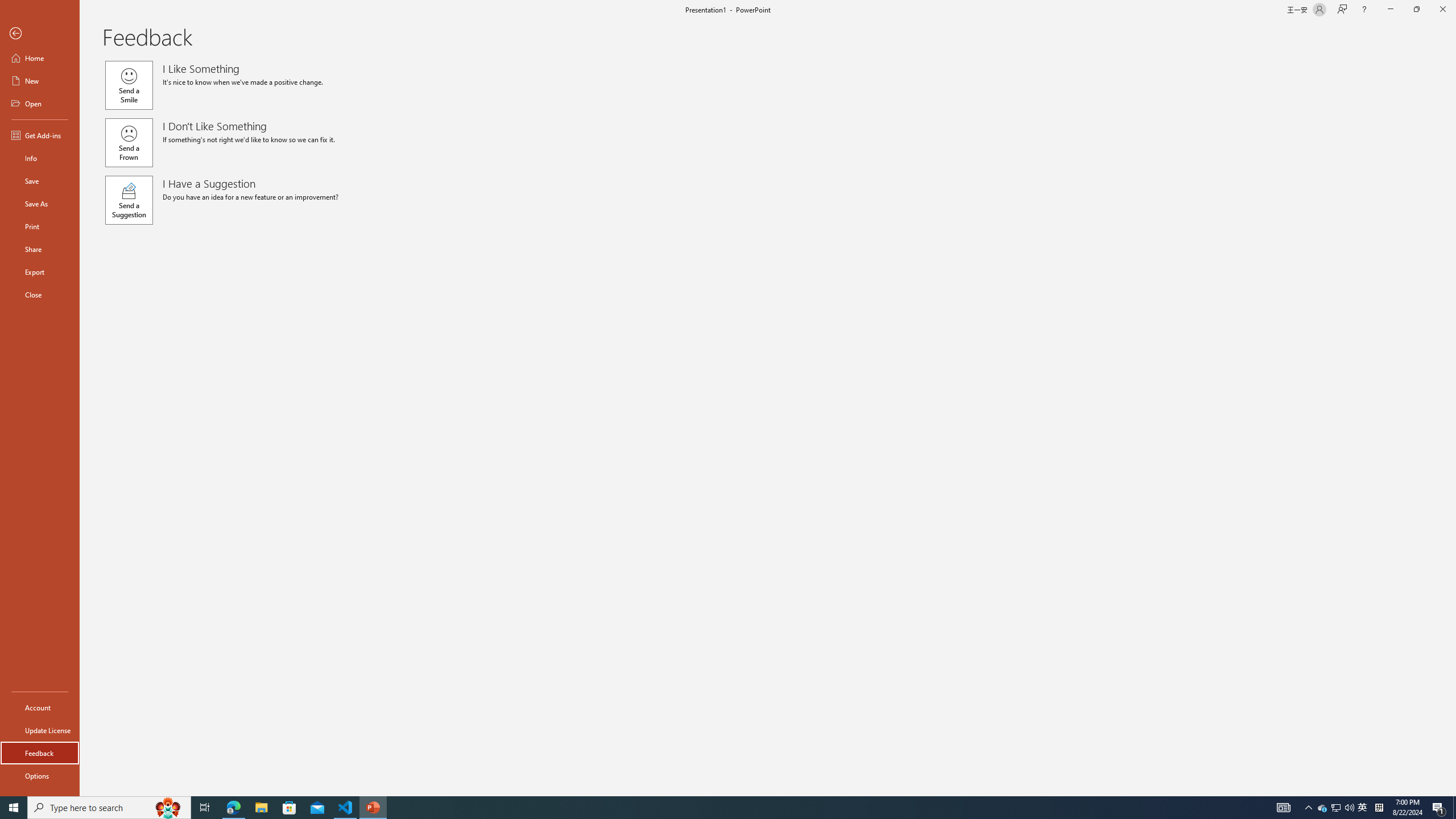 Image resolution: width=1456 pixels, height=819 pixels. I want to click on 'Export', so click(39, 272).